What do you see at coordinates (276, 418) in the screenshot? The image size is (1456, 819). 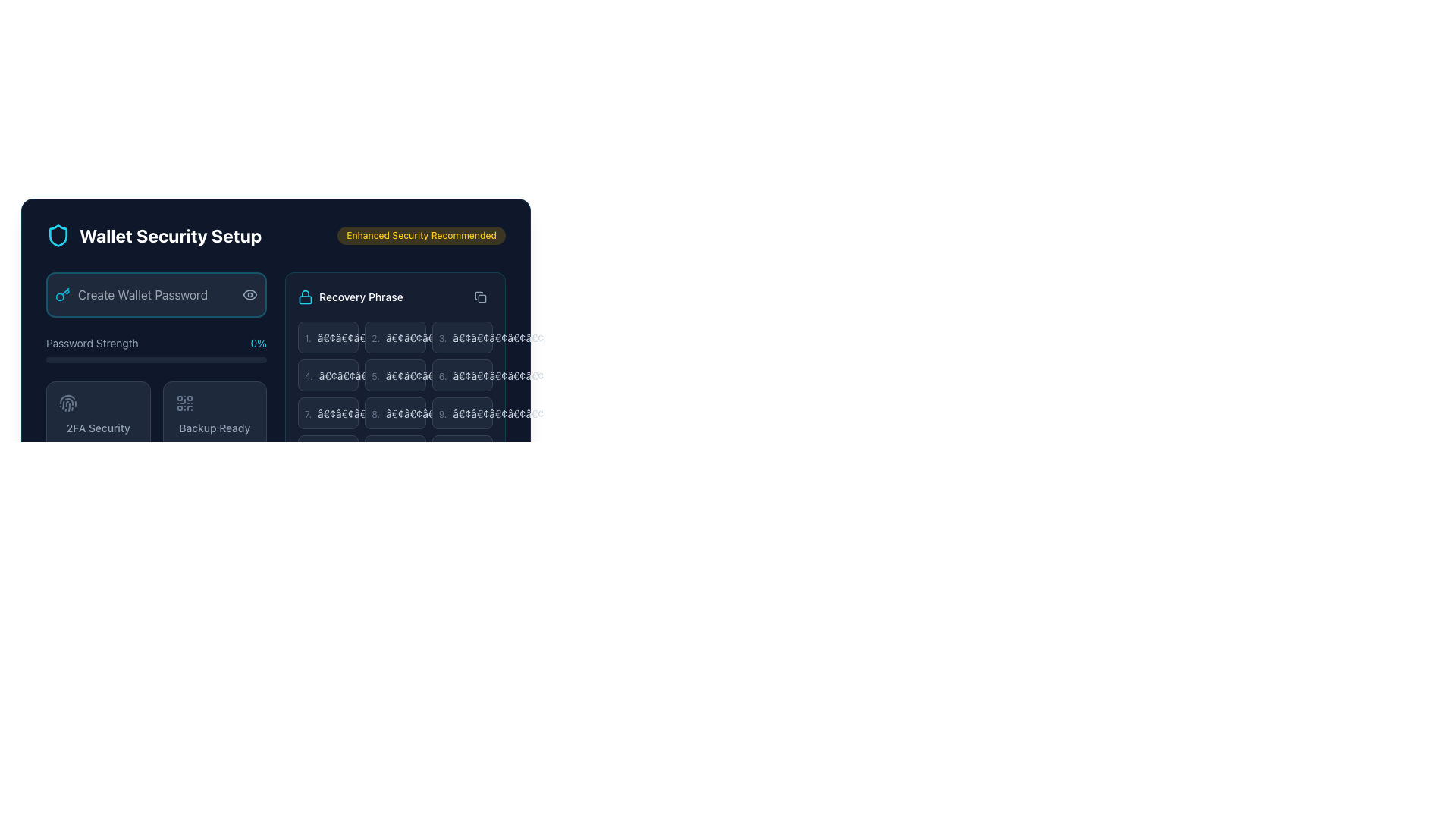 I see `the recovery phrase copy button in the wallet security setup component, which is part of a composite UI that includes password strength and recovery phrase sections` at bounding box center [276, 418].